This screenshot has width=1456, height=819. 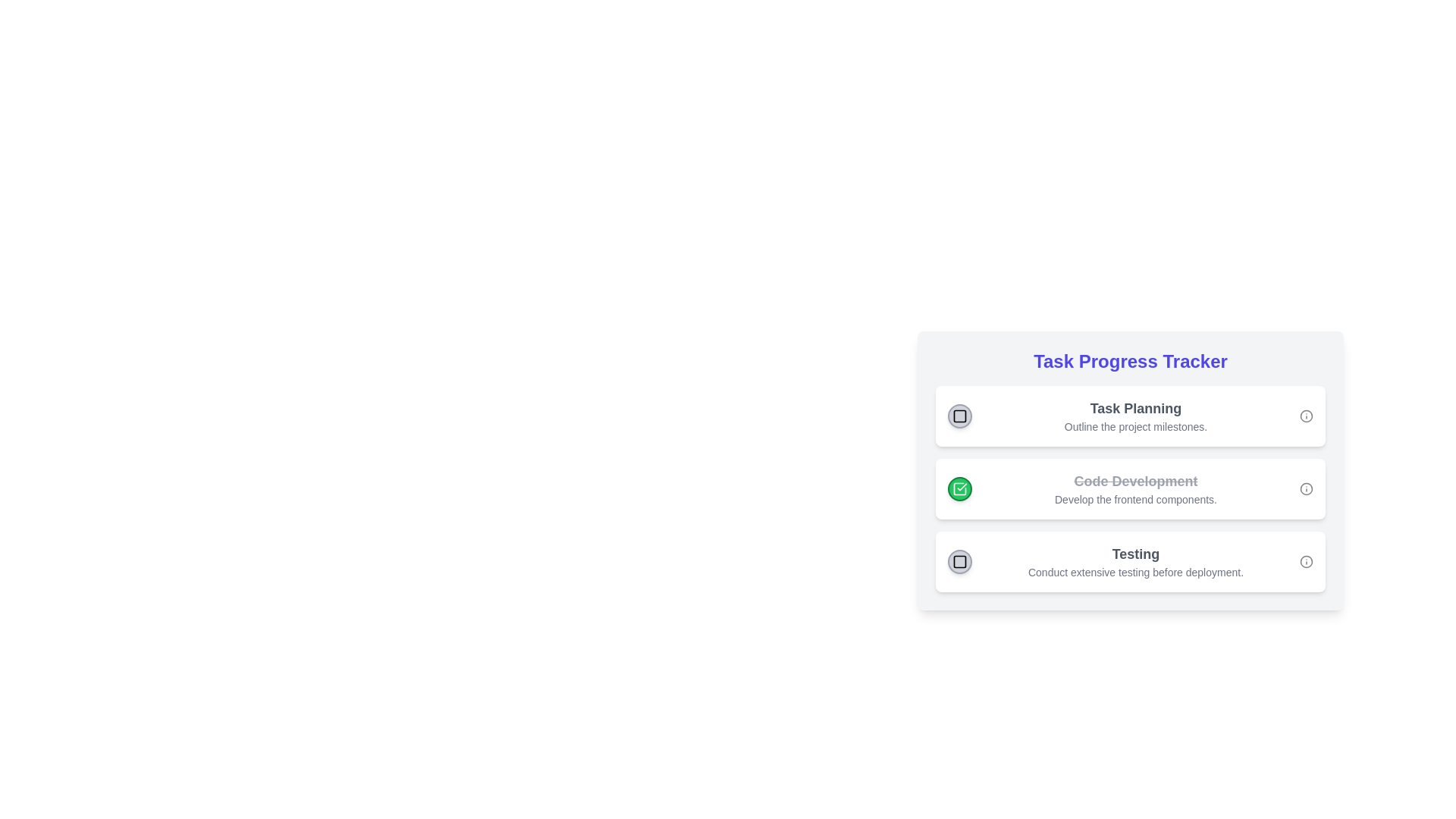 I want to click on the struck-through gray text element, which indicates it is completed or inactive, positioned above the smaller descriptive text in the vertically stacked list, so click(x=1135, y=482).